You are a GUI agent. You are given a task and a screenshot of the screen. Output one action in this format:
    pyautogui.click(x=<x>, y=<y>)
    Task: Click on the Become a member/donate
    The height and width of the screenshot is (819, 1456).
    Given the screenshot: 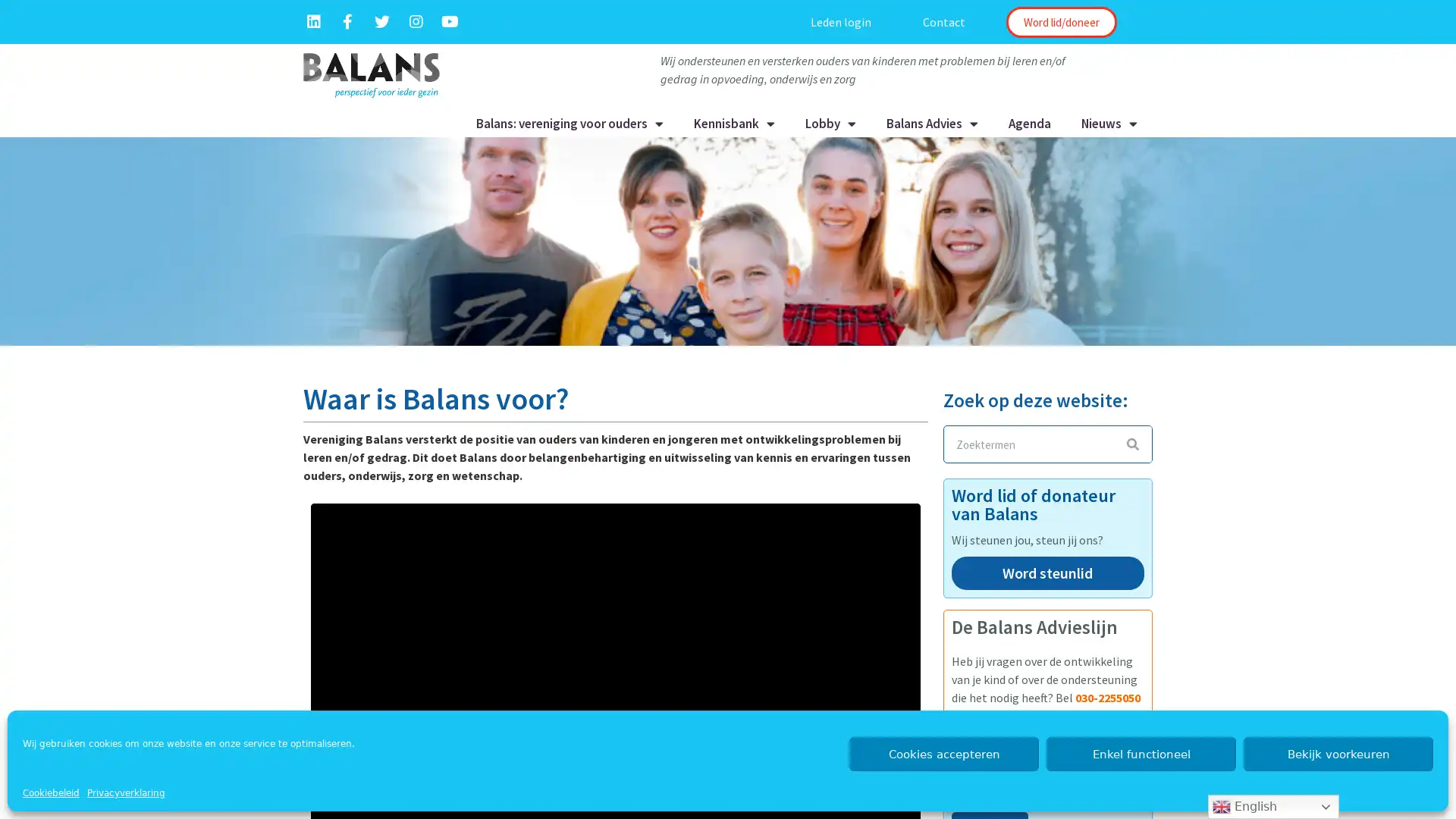 What is the action you would take?
    pyautogui.click(x=1059, y=22)
    